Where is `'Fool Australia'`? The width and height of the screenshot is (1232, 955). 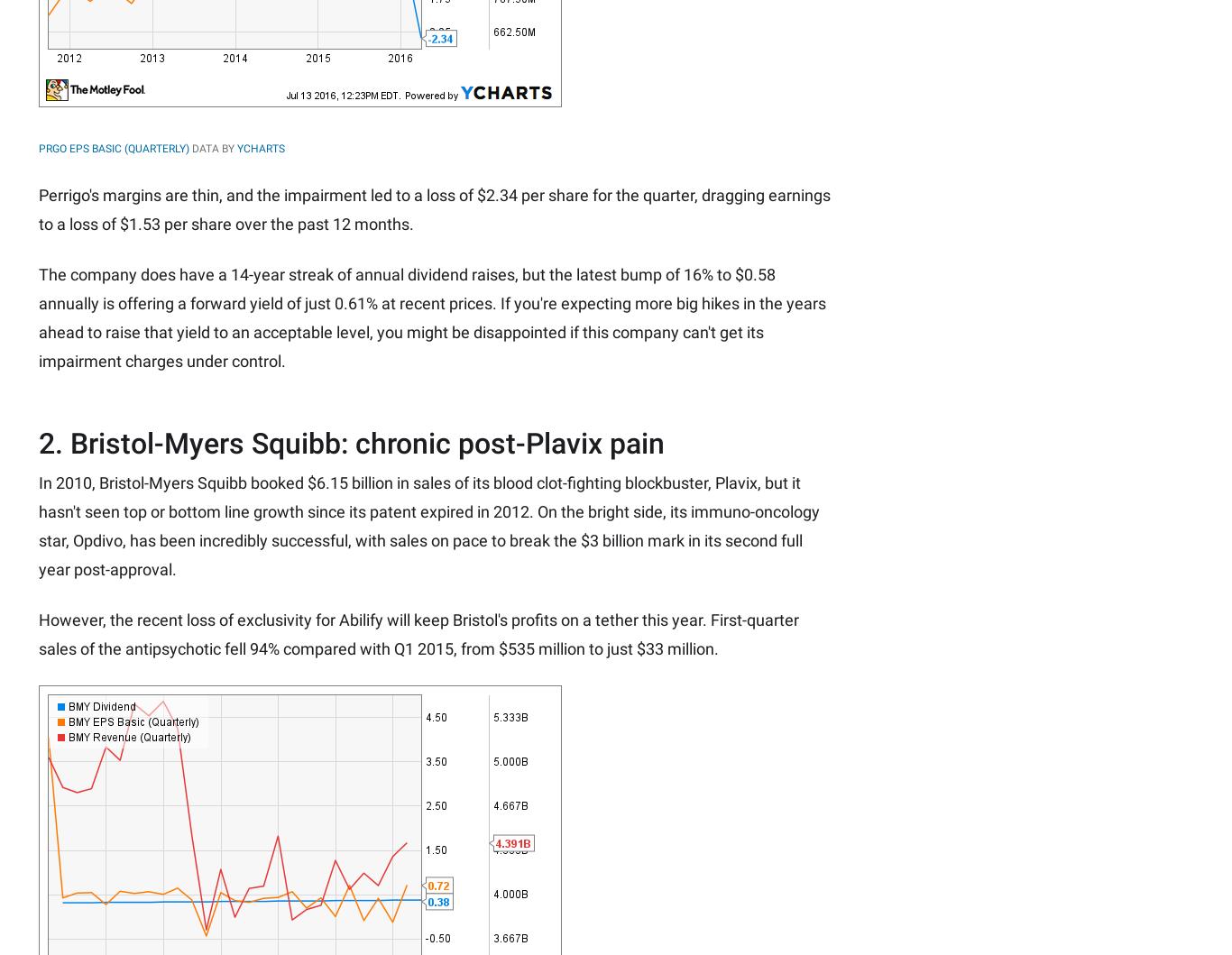
'Fool Australia' is located at coordinates (694, 75).